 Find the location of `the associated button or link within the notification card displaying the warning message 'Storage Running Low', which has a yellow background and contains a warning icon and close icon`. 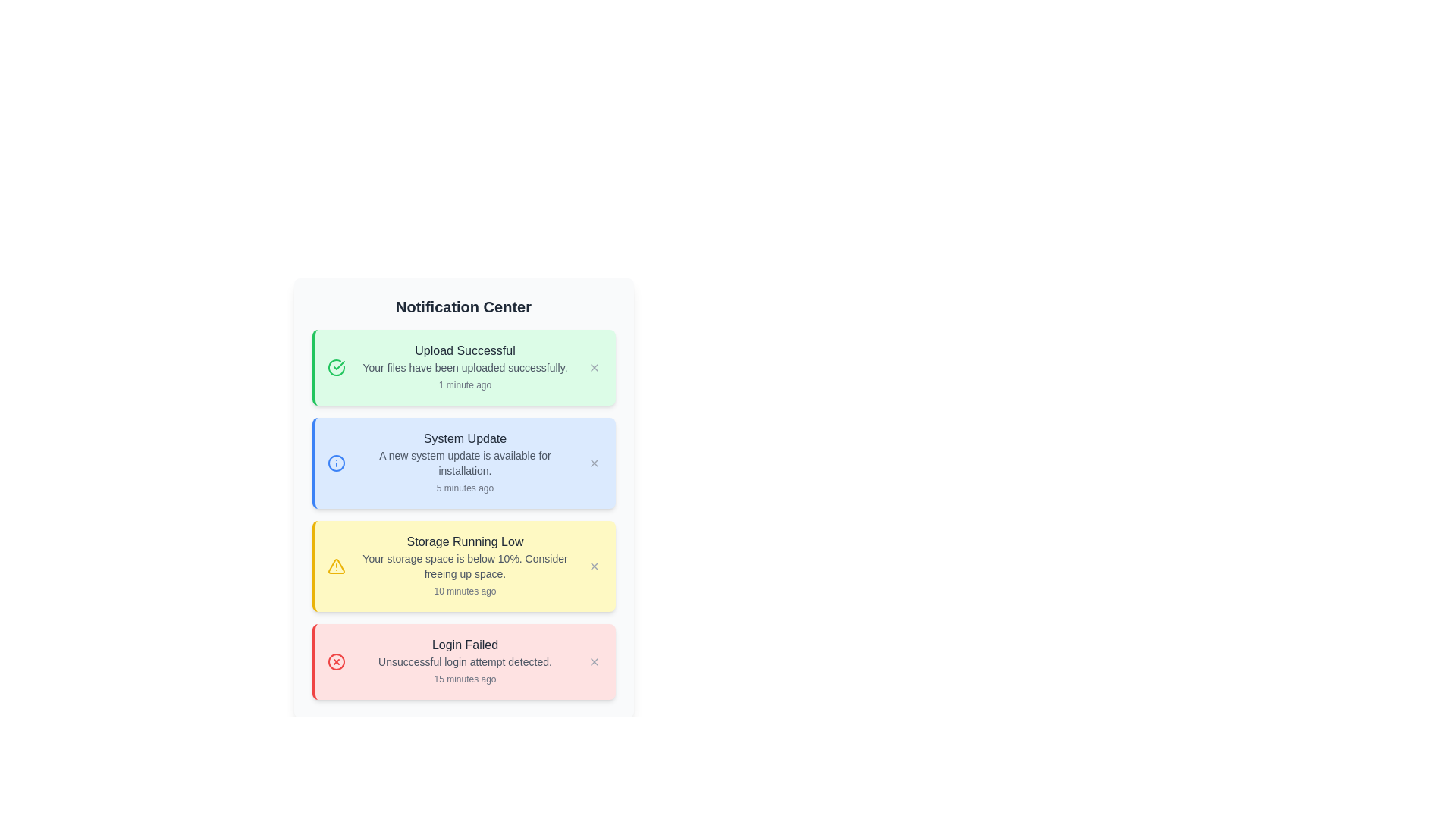

the associated button or link within the notification card displaying the warning message 'Storage Running Low', which has a yellow background and contains a warning icon and close icon is located at coordinates (464, 566).